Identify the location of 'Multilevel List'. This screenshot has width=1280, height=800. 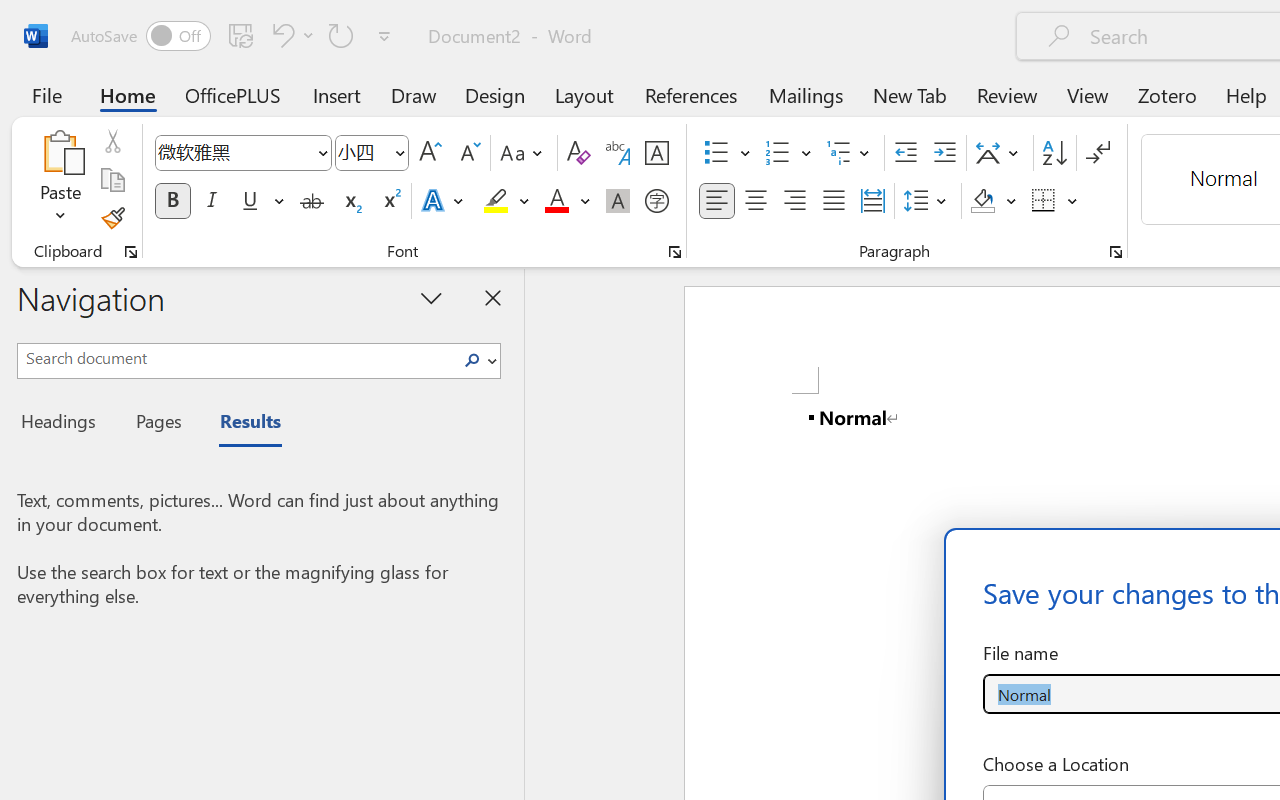
(850, 153).